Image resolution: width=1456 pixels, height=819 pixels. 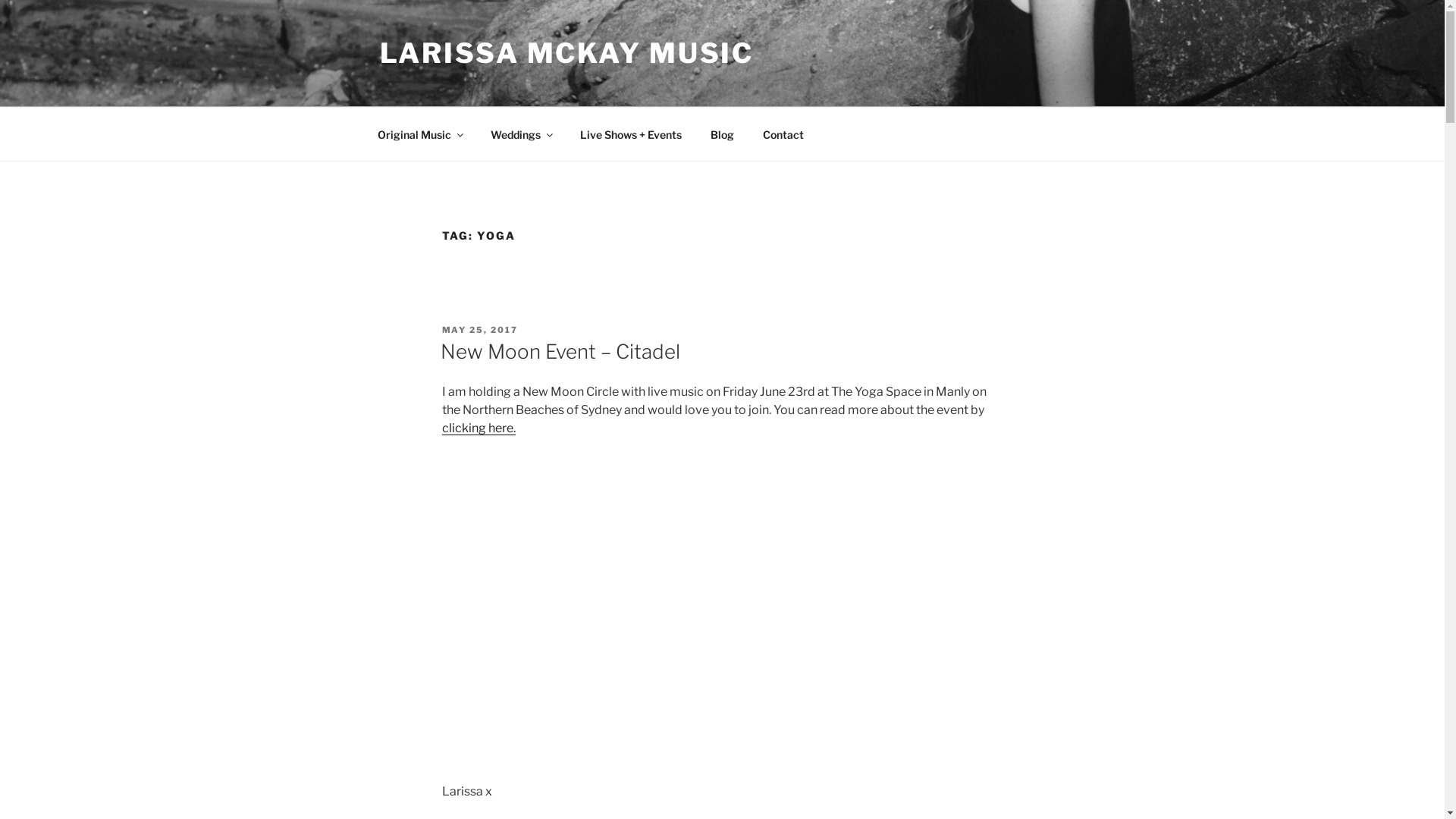 What do you see at coordinates (521, 133) in the screenshot?
I see `'Weddings'` at bounding box center [521, 133].